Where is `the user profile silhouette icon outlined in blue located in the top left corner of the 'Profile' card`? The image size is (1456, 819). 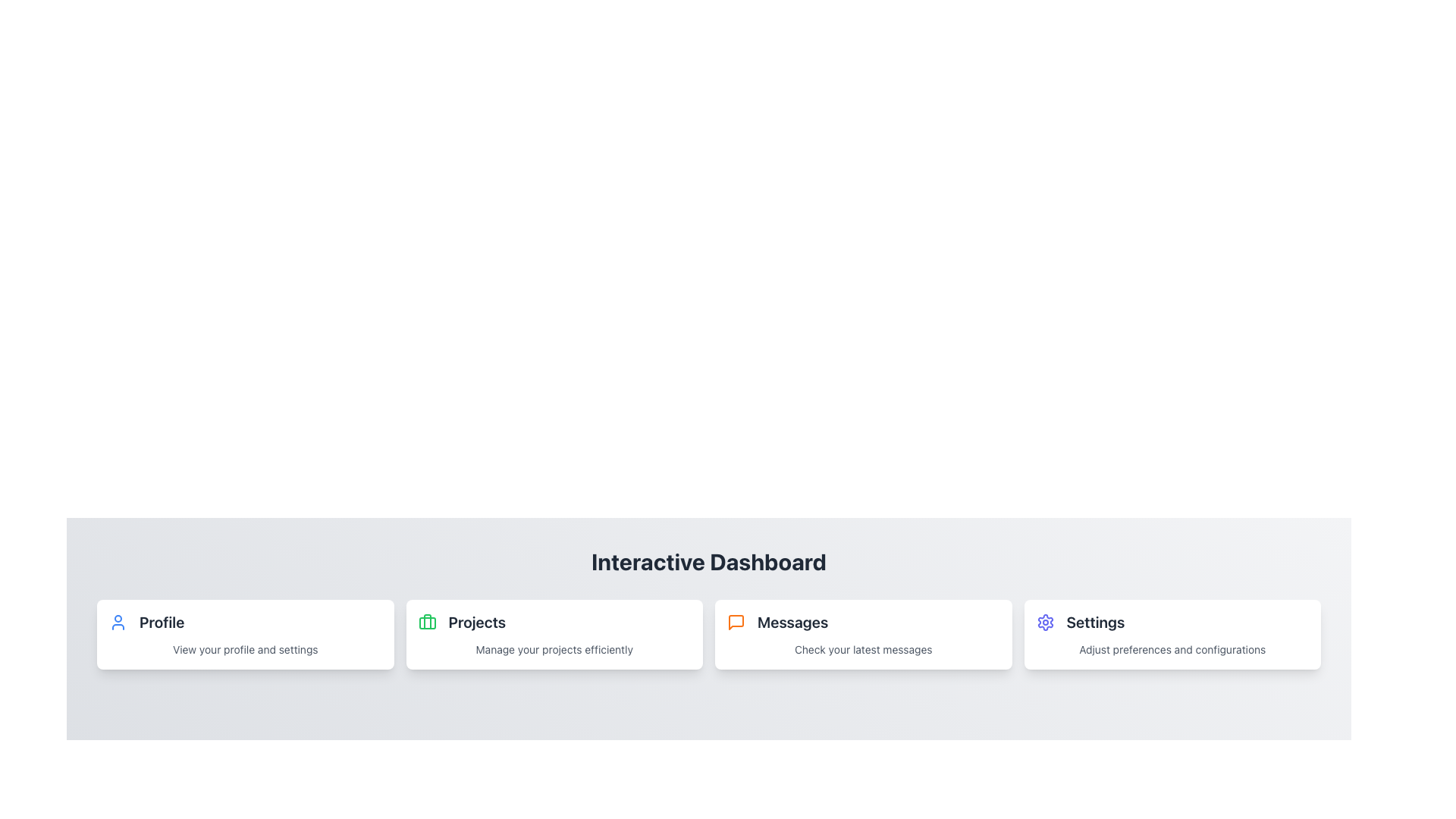 the user profile silhouette icon outlined in blue located in the top left corner of the 'Profile' card is located at coordinates (118, 623).